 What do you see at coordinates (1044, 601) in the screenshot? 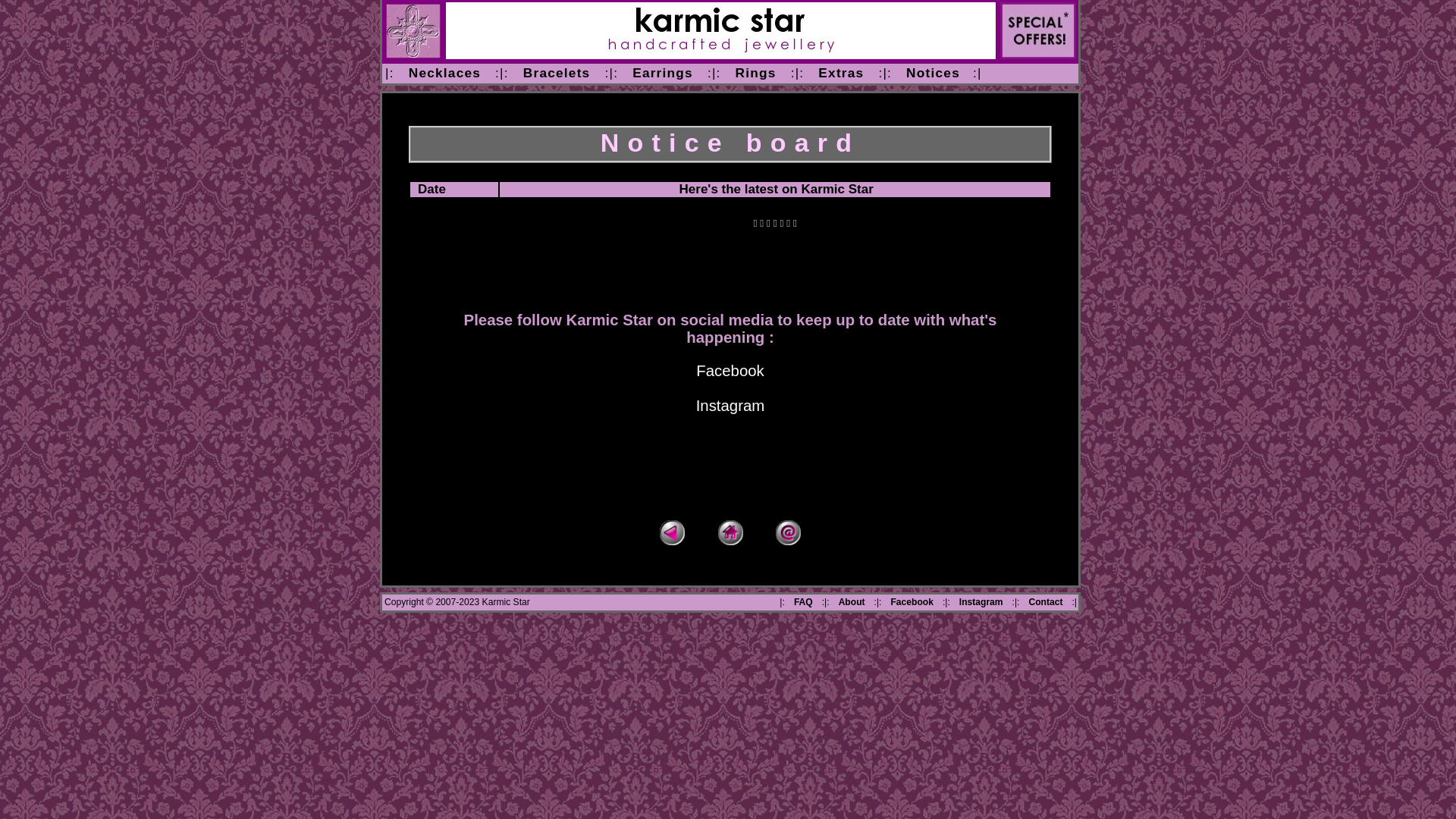
I see `'Contact'` at bounding box center [1044, 601].